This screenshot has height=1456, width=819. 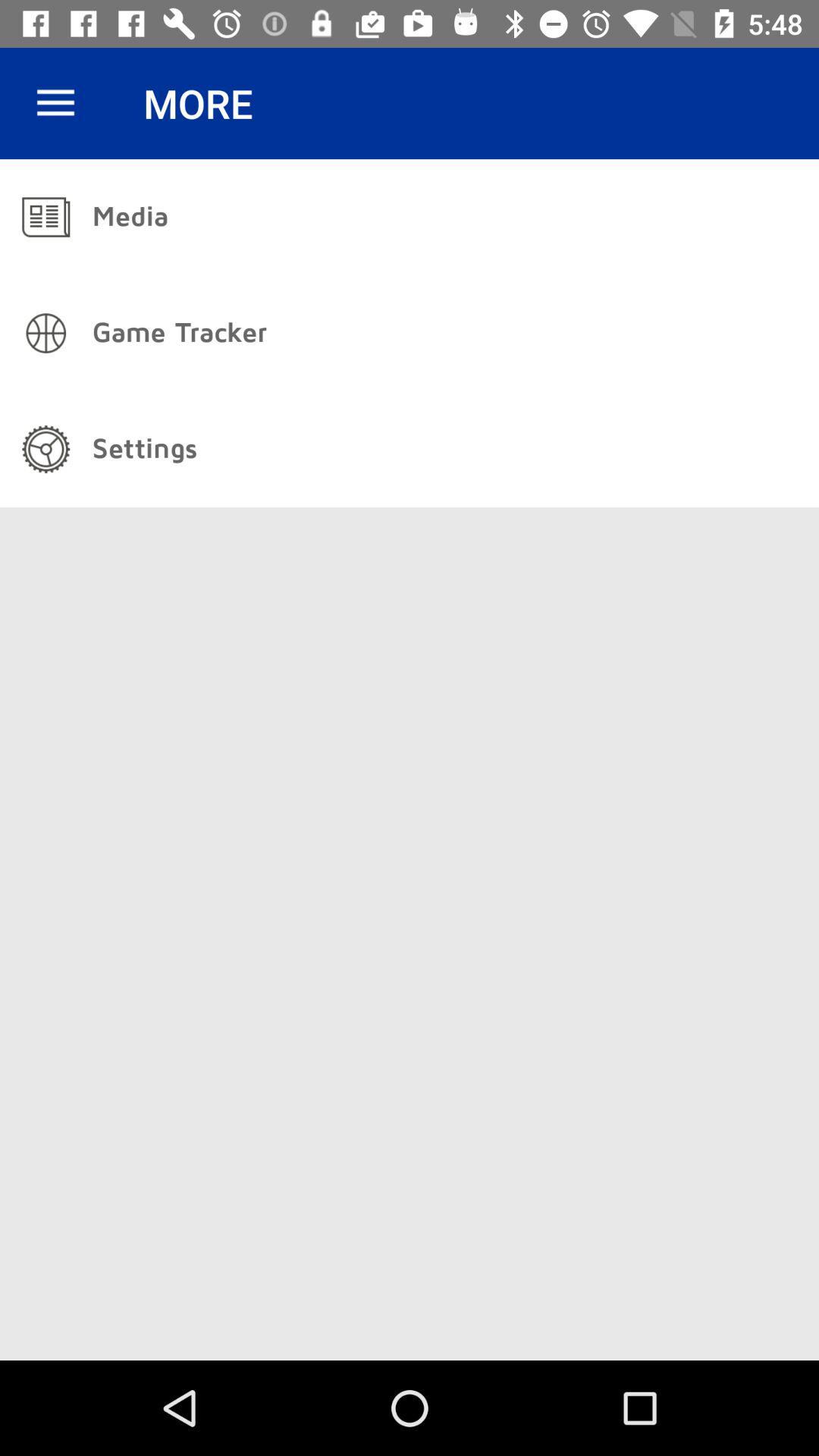 What do you see at coordinates (55, 102) in the screenshot?
I see `icon next to the more item` at bounding box center [55, 102].